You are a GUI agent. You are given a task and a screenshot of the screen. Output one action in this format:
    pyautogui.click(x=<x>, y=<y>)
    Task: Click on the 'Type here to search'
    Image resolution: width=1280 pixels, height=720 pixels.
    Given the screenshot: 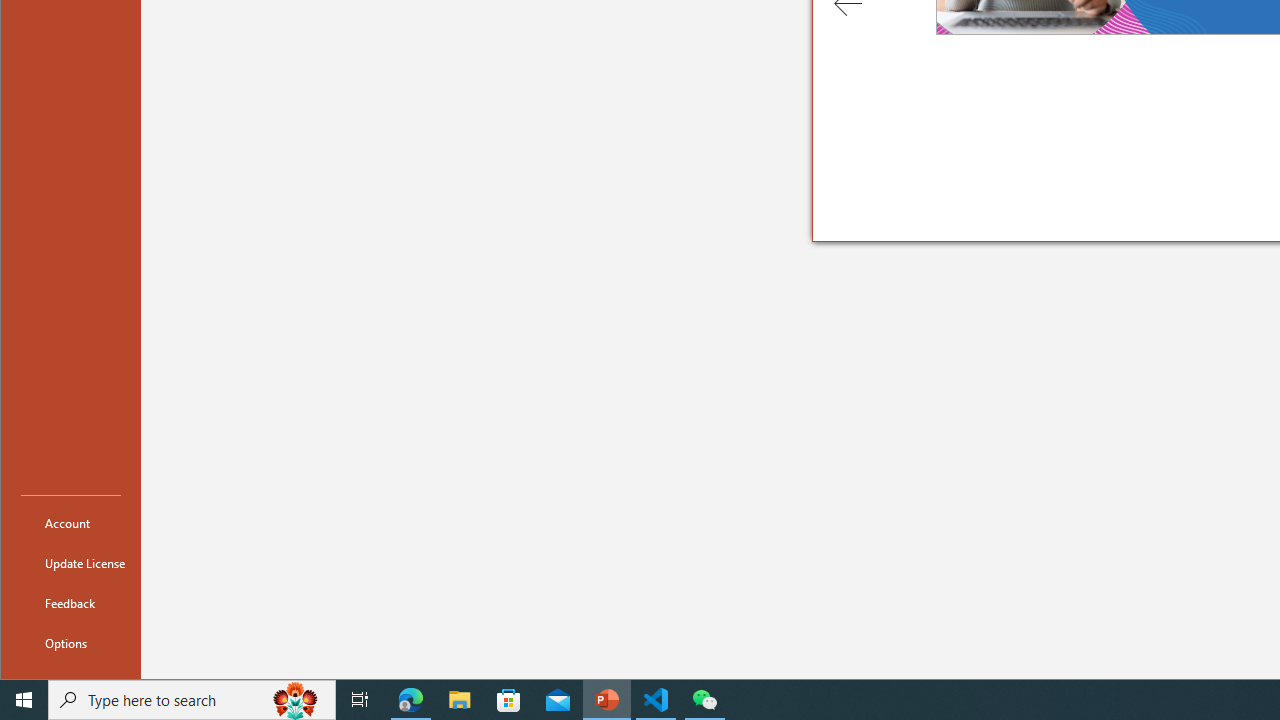 What is the action you would take?
    pyautogui.click(x=192, y=698)
    